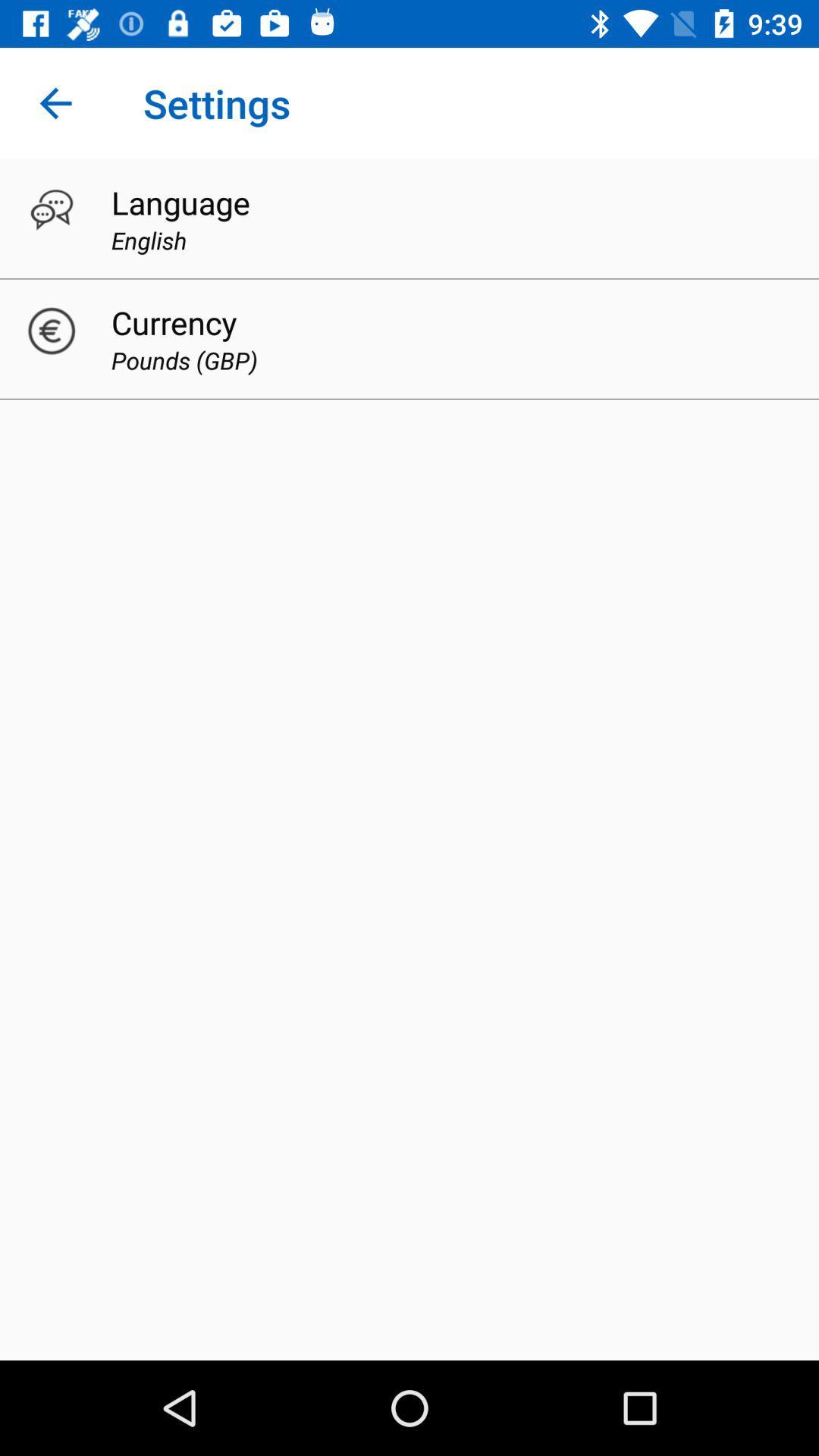 The width and height of the screenshot is (819, 1456). Describe the element at coordinates (180, 202) in the screenshot. I see `the icon above the english item` at that location.